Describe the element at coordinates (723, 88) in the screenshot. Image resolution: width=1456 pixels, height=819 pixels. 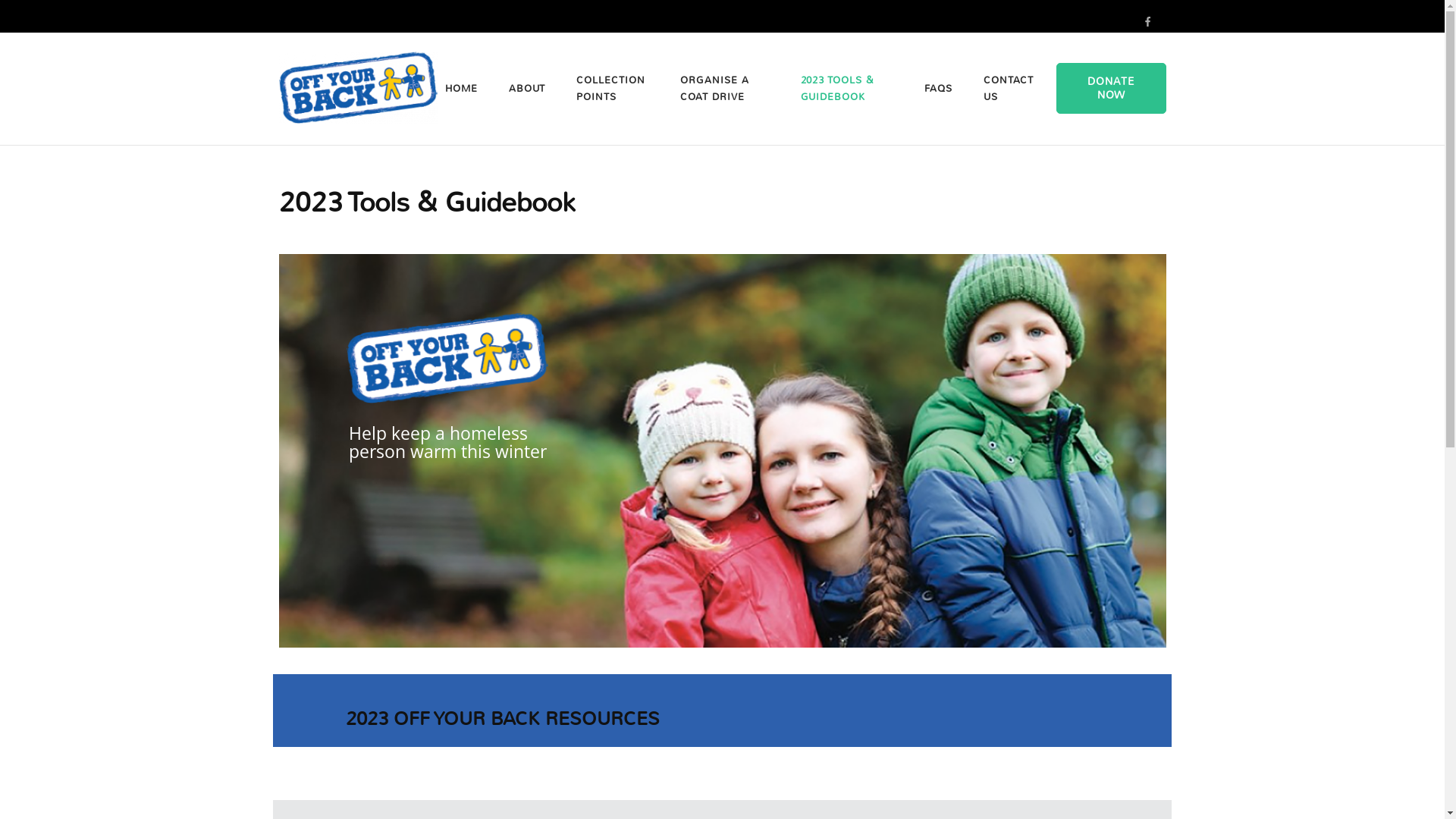
I see `'ORGANISE A COAT DRIVE'` at that location.